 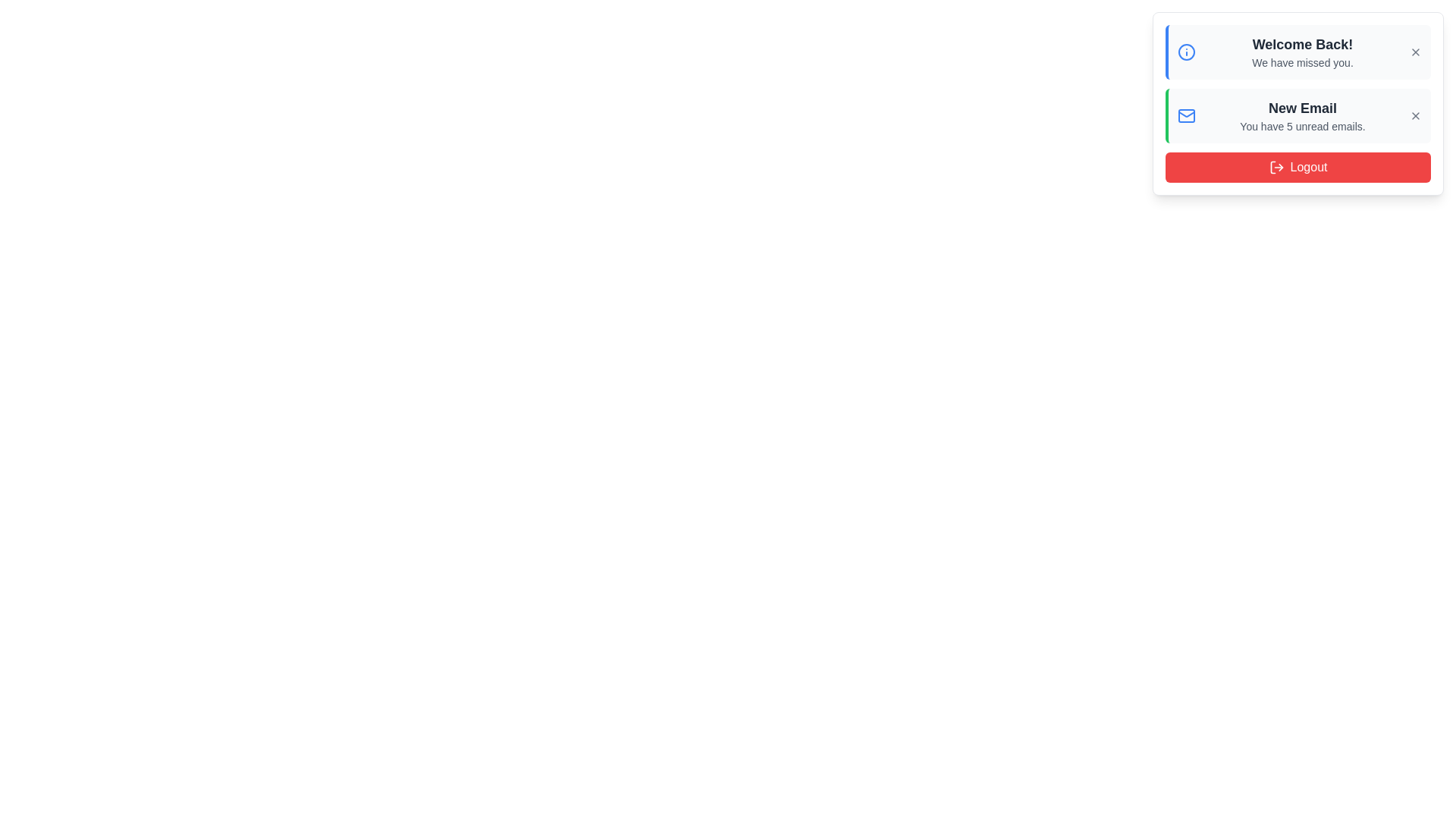 What do you see at coordinates (1302, 125) in the screenshot?
I see `the Text label that displays the number of unread emails, located below the 'New Email' heading in the notification panel` at bounding box center [1302, 125].